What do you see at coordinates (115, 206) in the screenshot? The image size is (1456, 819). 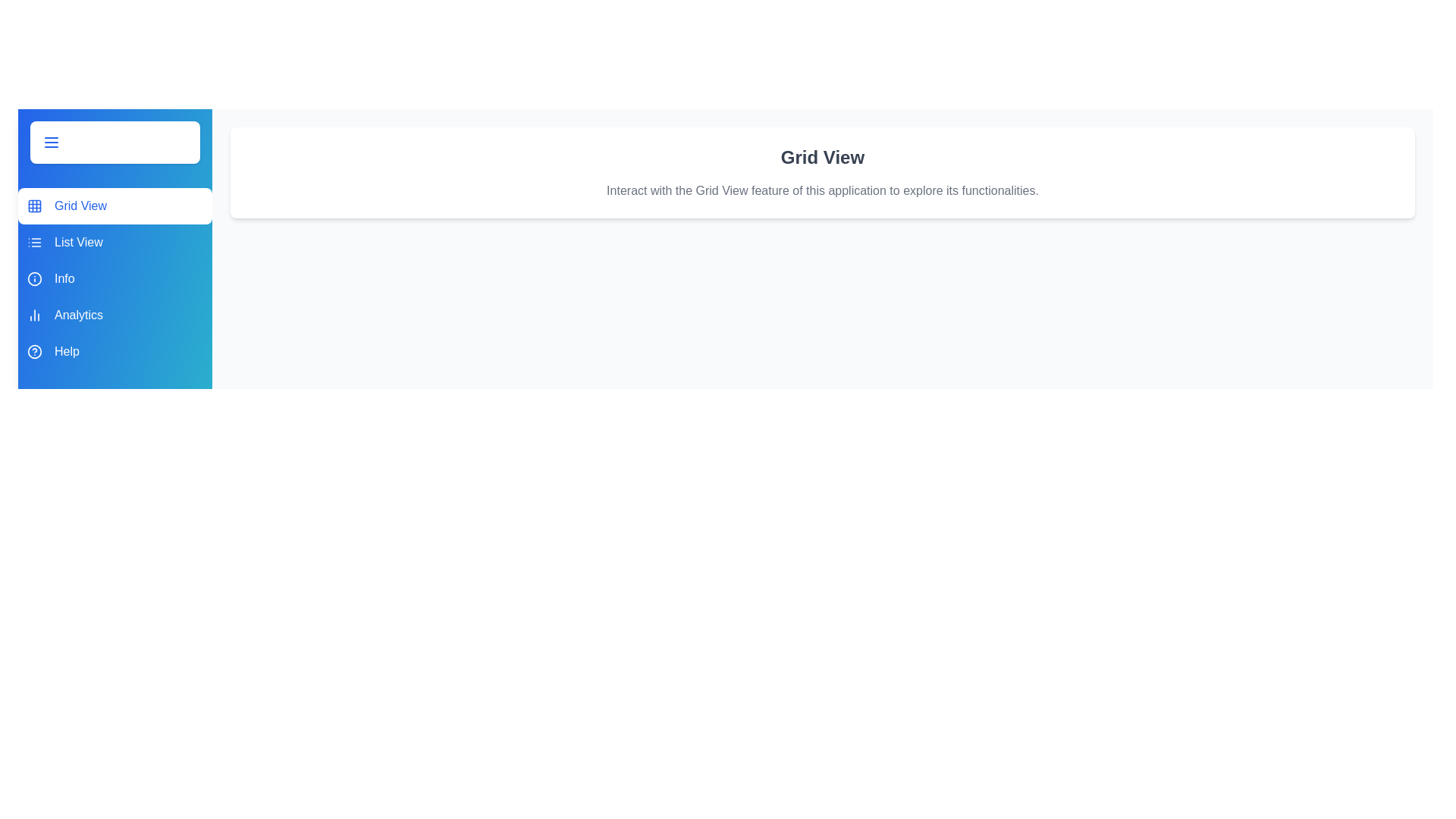 I see `the sidebar menu item labeled Grid View` at bounding box center [115, 206].